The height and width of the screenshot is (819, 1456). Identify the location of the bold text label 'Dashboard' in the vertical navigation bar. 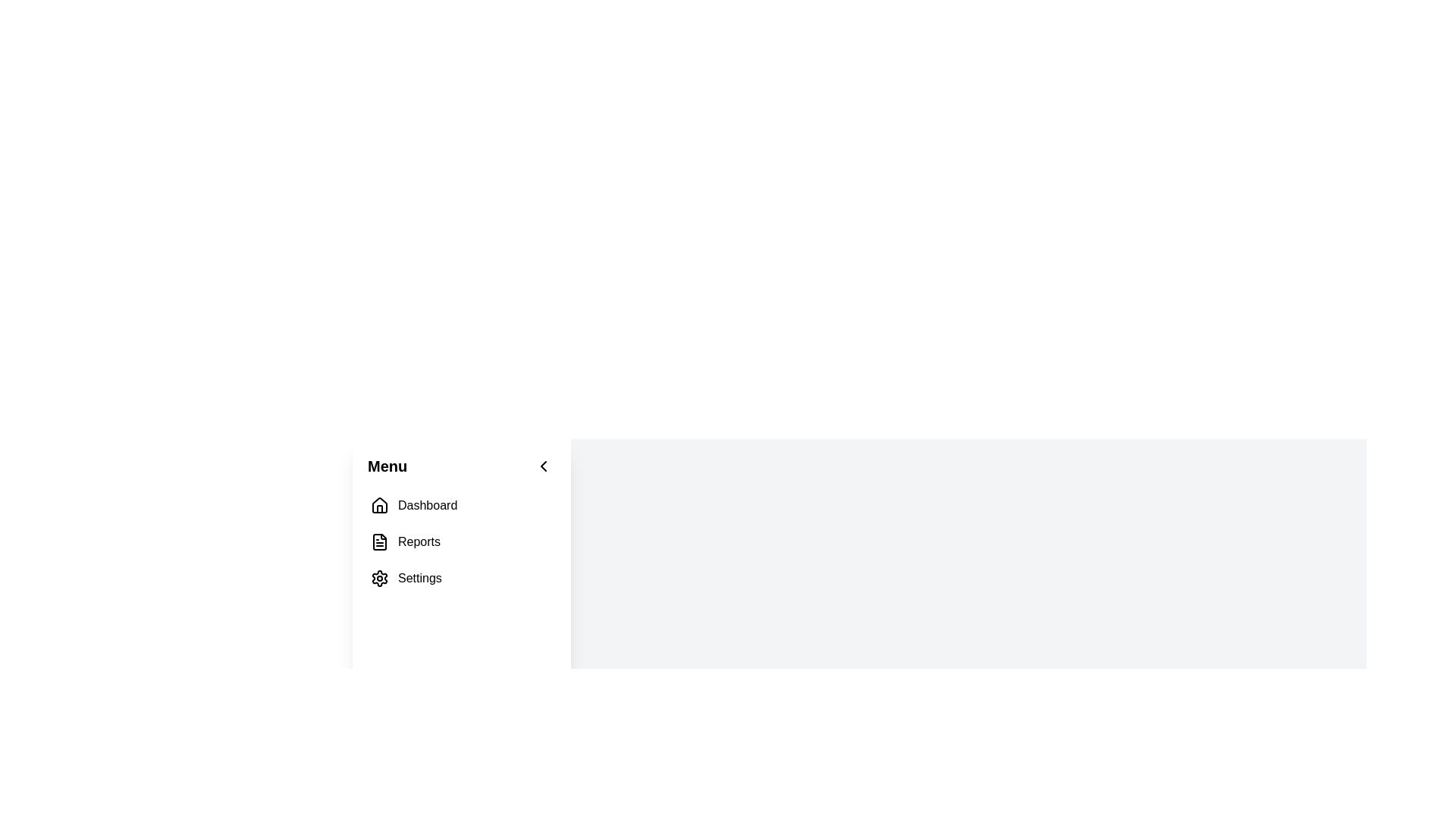
(427, 506).